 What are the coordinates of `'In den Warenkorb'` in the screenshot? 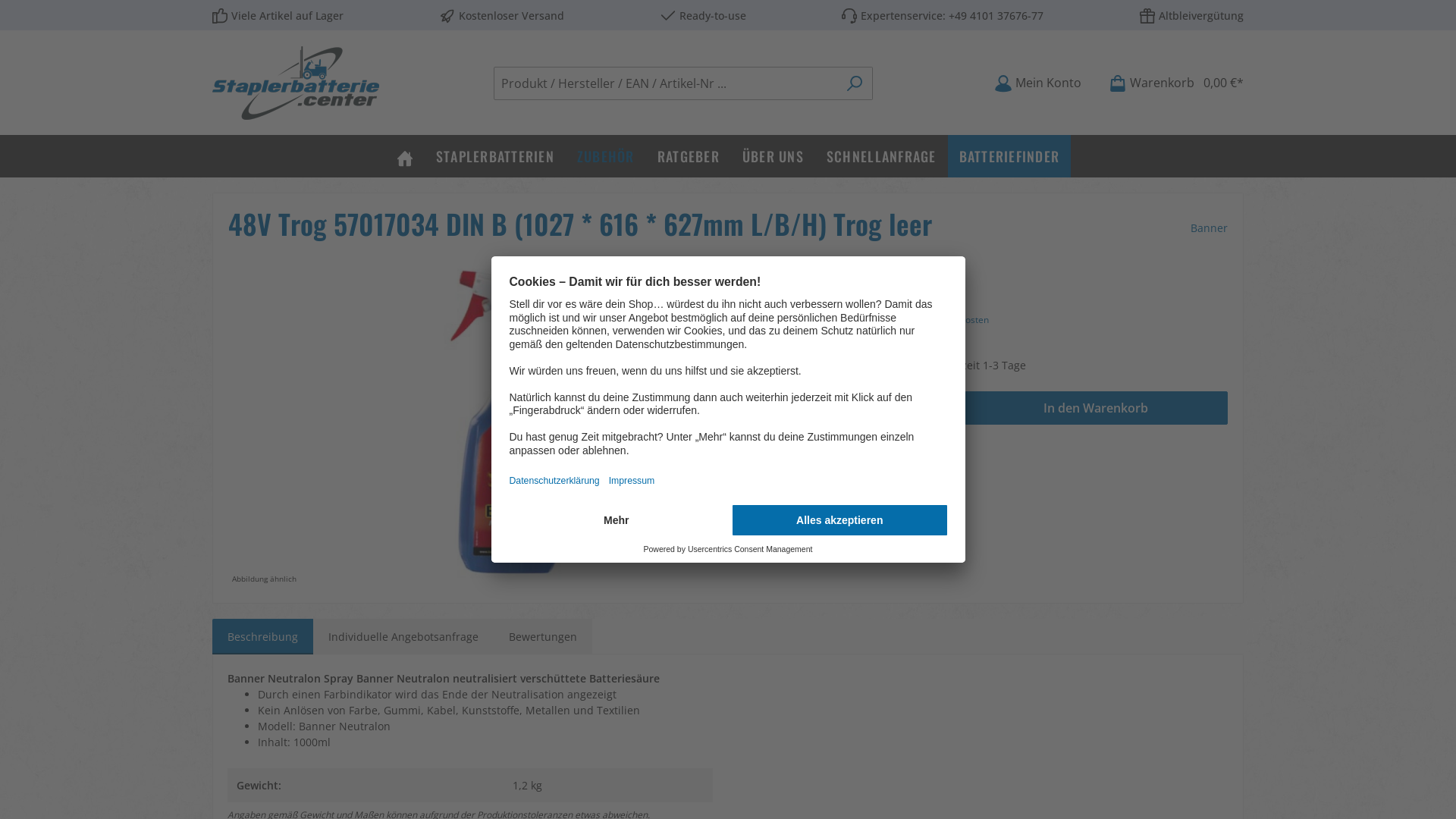 It's located at (1096, 406).